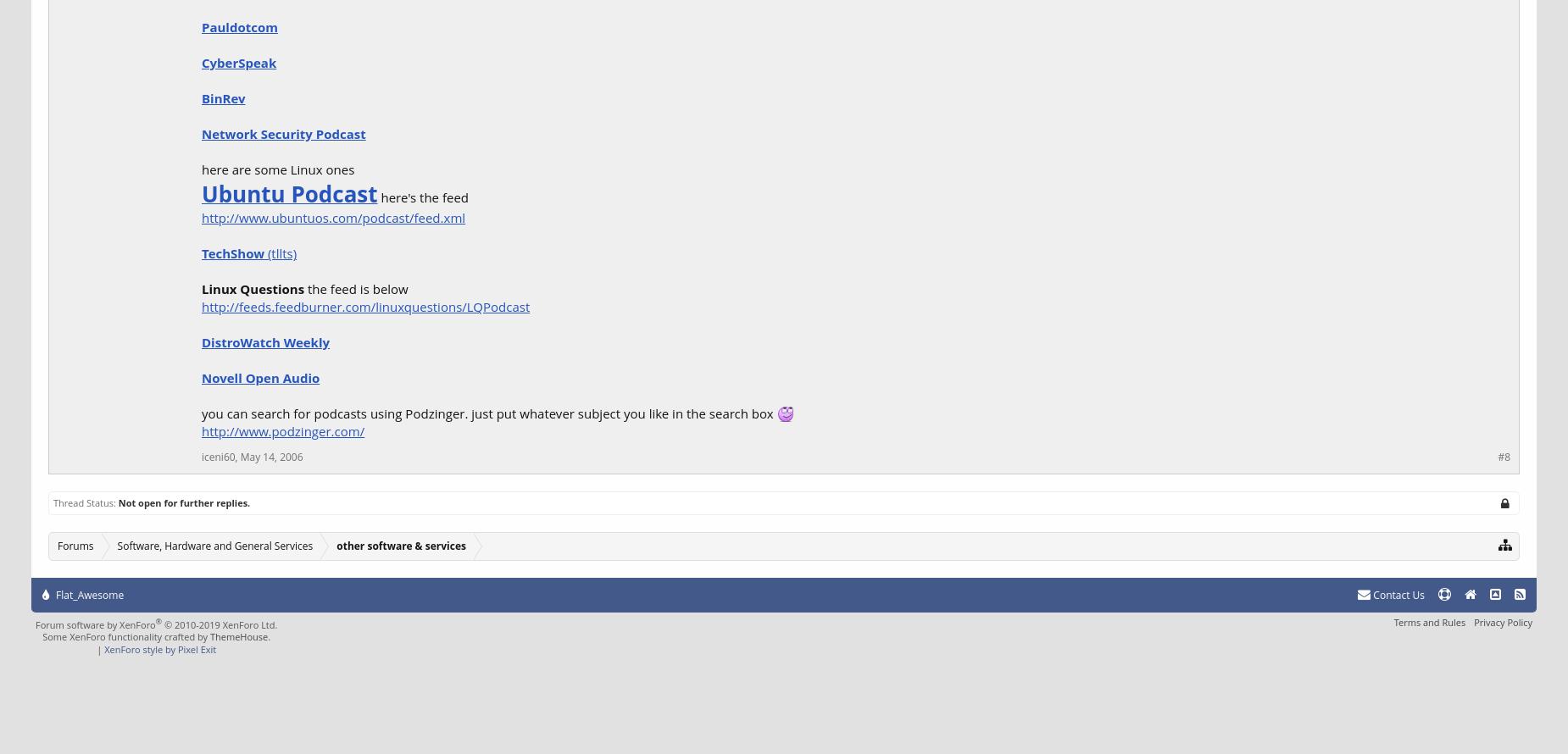 This screenshot has width=1568, height=754. What do you see at coordinates (1504, 456) in the screenshot?
I see `'#8'` at bounding box center [1504, 456].